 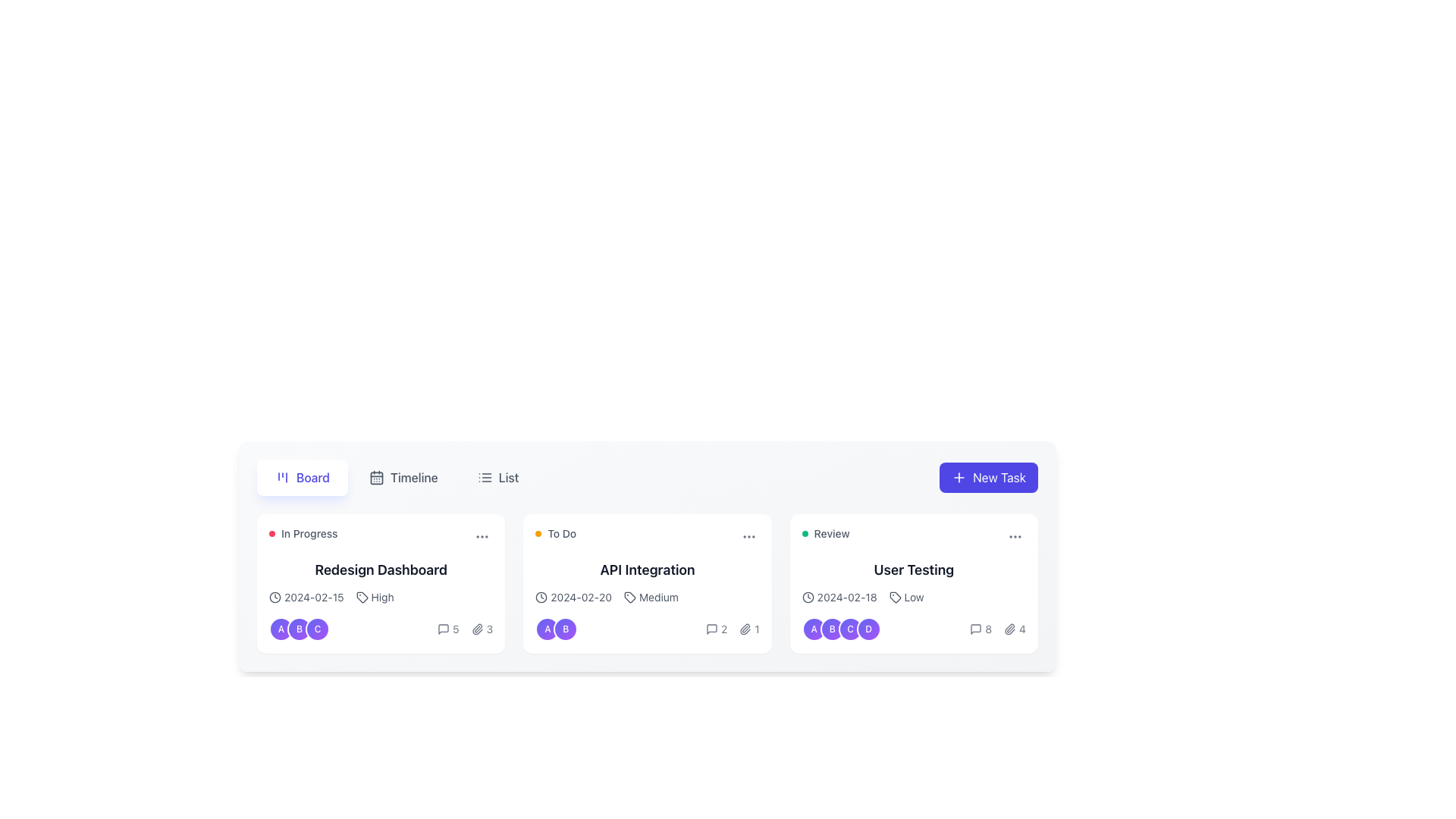 What do you see at coordinates (464, 629) in the screenshot?
I see `the numeric text label '53', which is styled in gray and located to the right of the paperclip icon in the lower section of the first card titled 'Redesign Dashboard', if interactive options are present nearby` at bounding box center [464, 629].